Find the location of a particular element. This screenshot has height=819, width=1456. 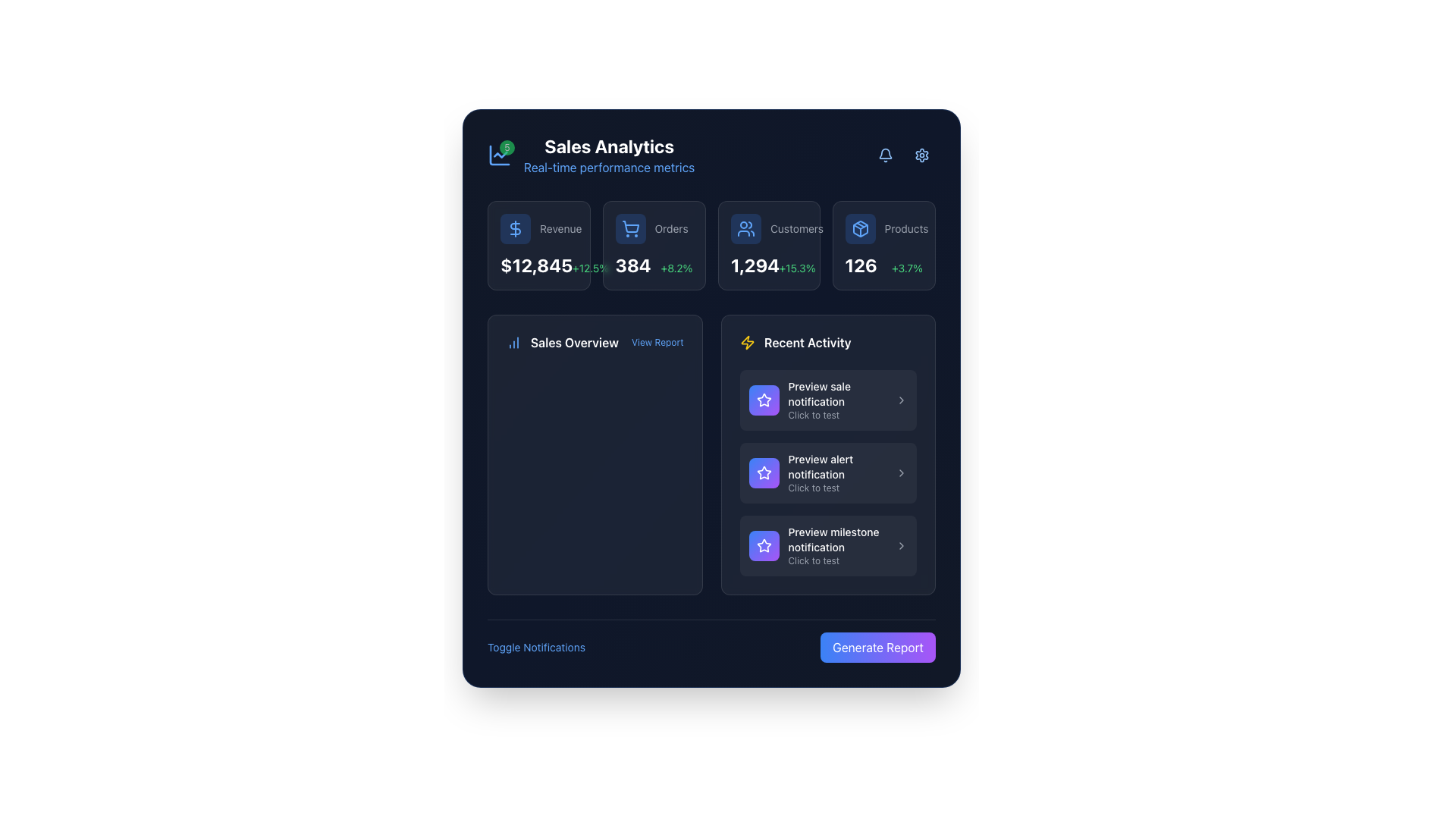

prominent header text 'Sales Analytics' which is styled in bold white font, located at the top left corner of the interface, directly below a small green icon is located at coordinates (609, 146).